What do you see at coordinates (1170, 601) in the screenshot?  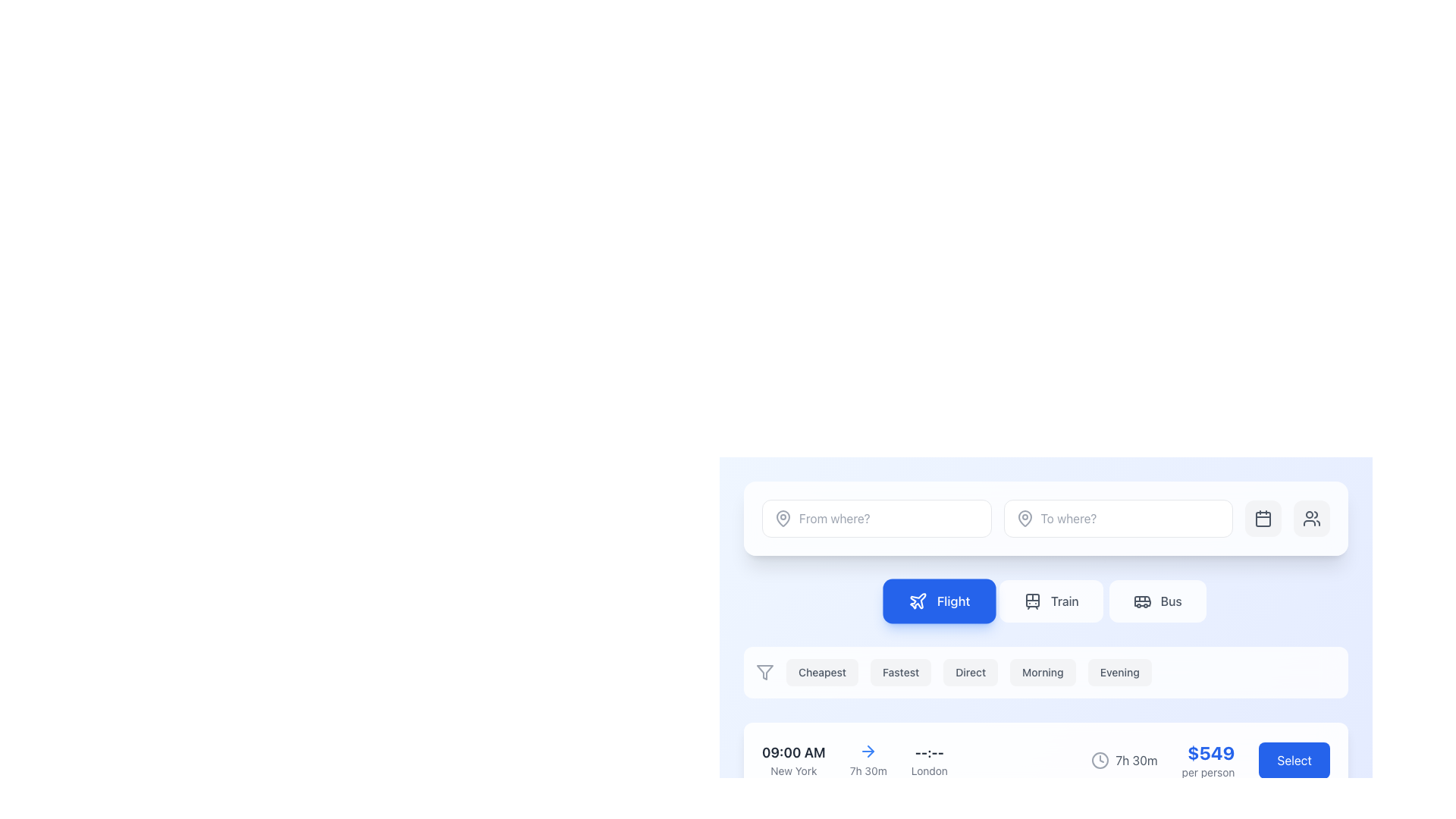 I see `the 'Bus' text label in the navigation bar` at bounding box center [1170, 601].